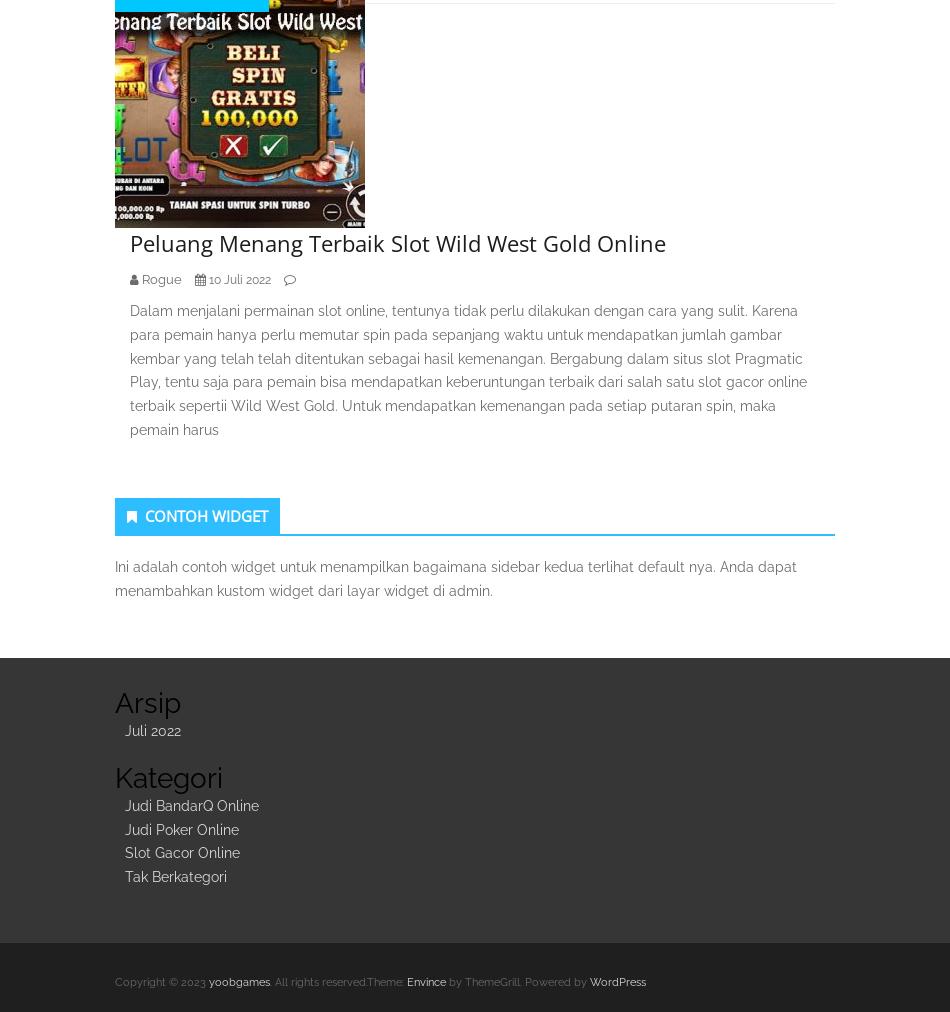  What do you see at coordinates (169, 776) in the screenshot?
I see `'Kategori'` at bounding box center [169, 776].